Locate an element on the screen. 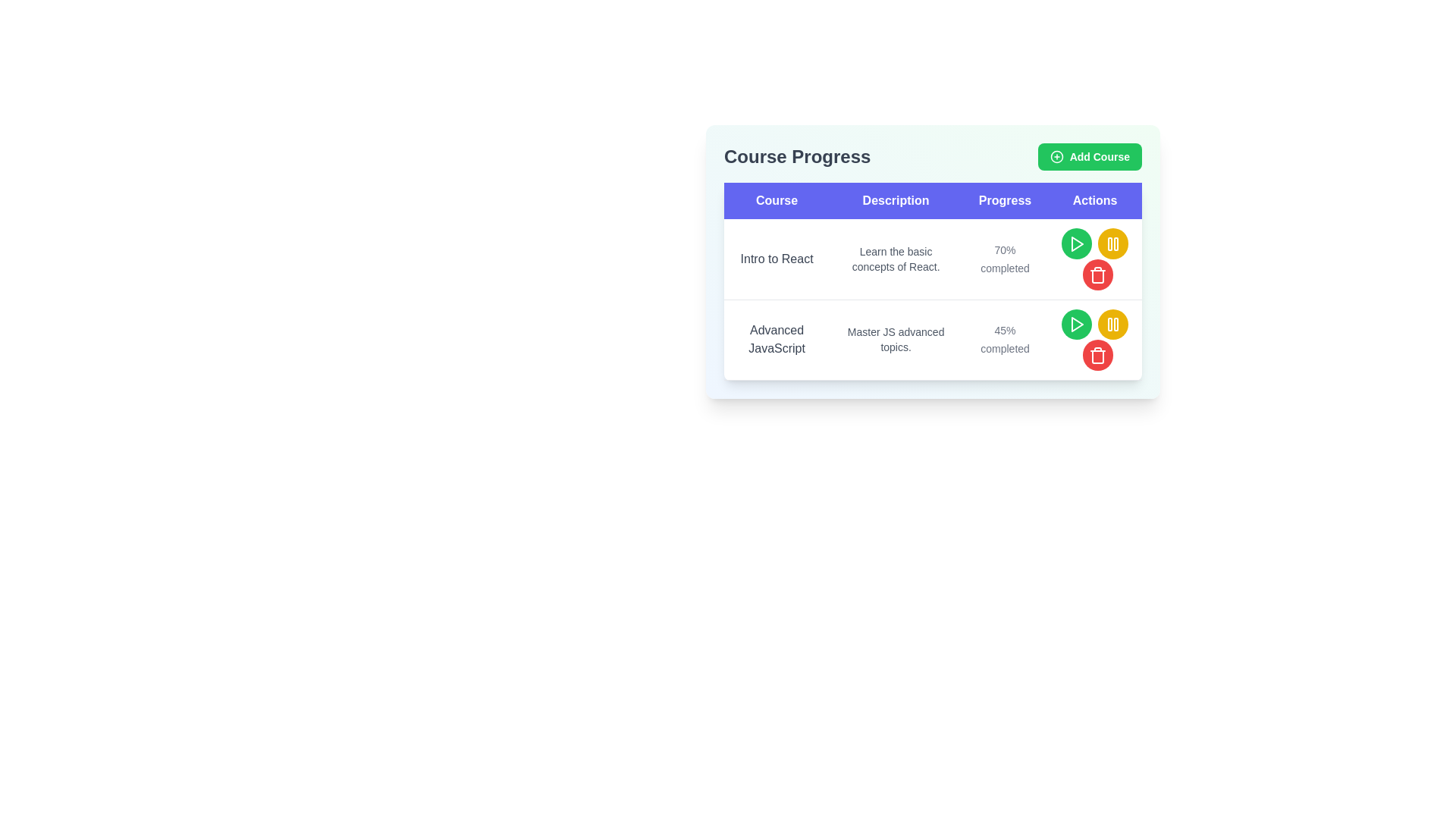  the green circular button with a play icon in the center, located in the 'Actions' column of the table for the course 'Intro to React' is located at coordinates (1076, 243).